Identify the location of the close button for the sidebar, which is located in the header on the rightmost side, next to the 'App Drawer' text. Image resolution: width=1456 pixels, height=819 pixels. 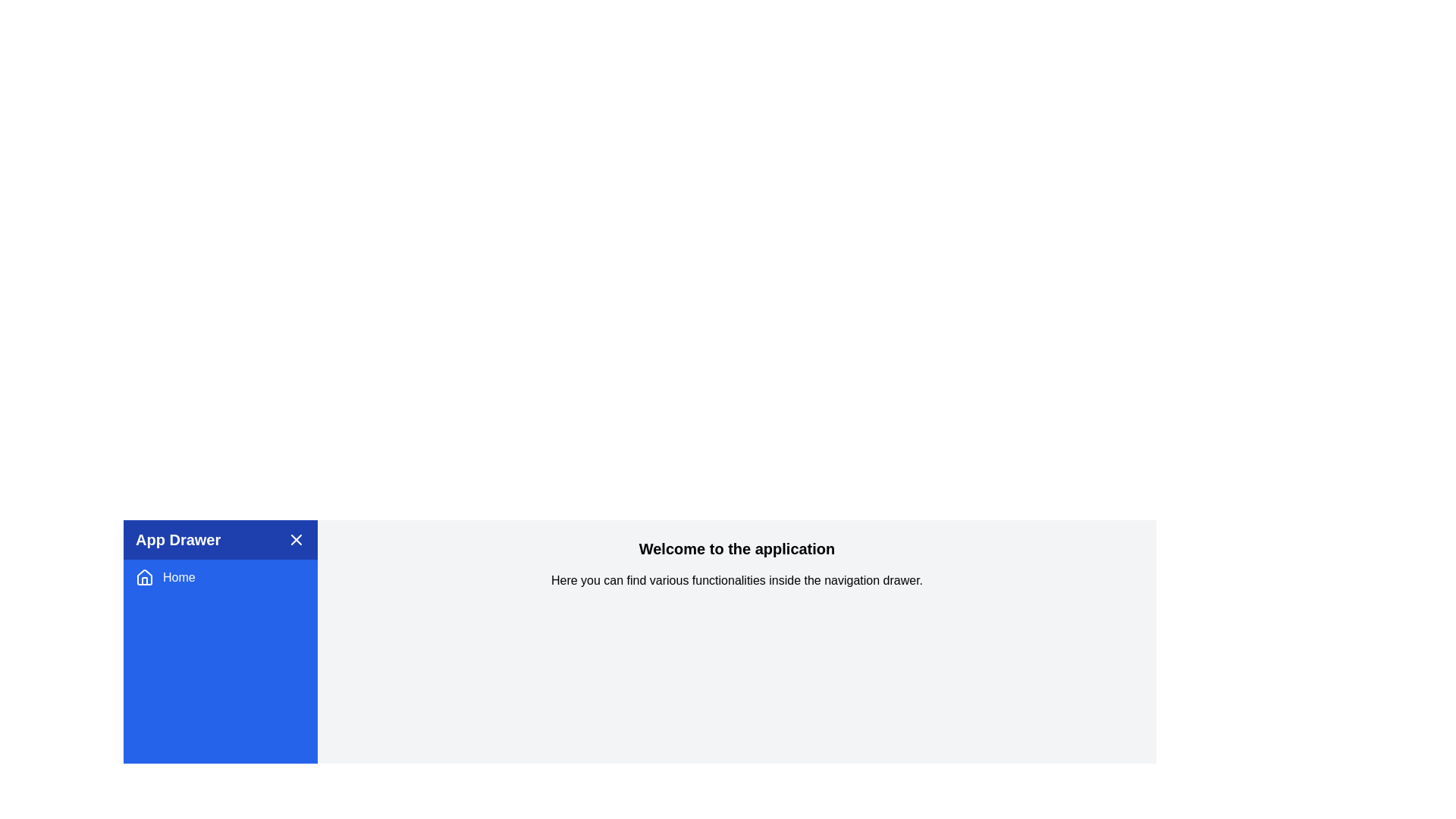
(296, 539).